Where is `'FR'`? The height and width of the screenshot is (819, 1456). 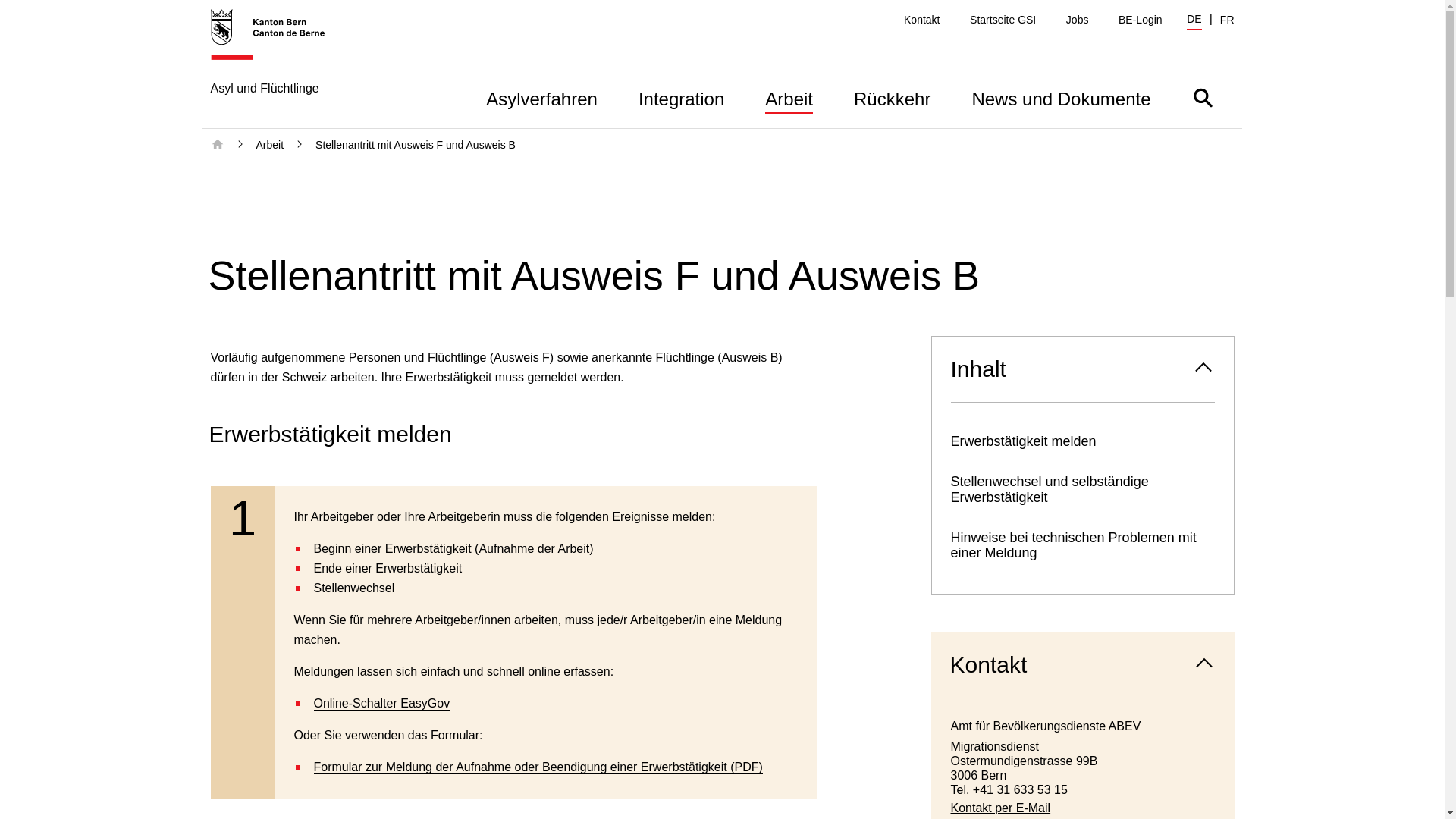 'FR' is located at coordinates (1227, 20).